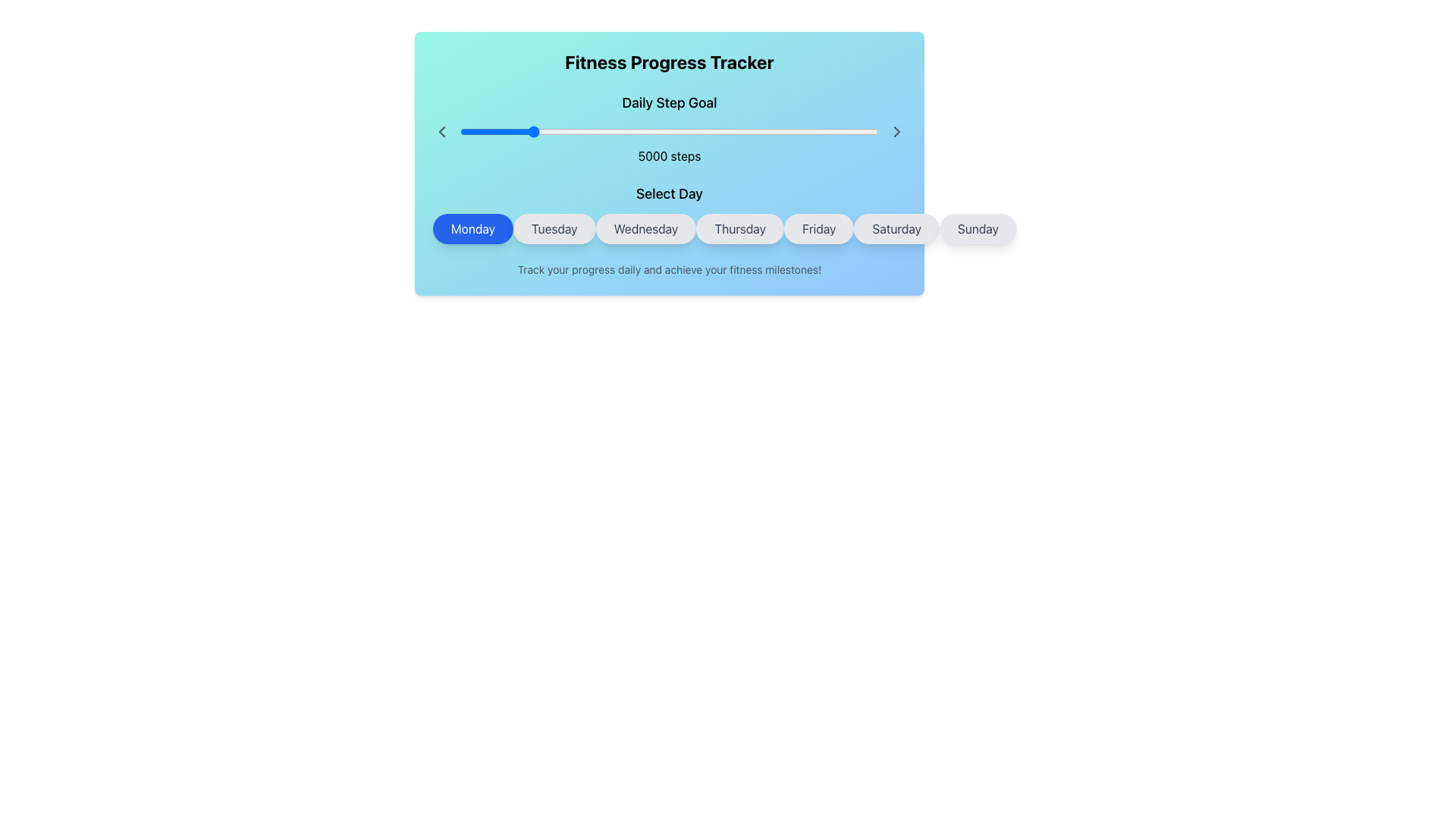  Describe the element at coordinates (669, 228) in the screenshot. I see `the 'Wednesday' button in the day selection row to observe the visual change, as it is highlighted with a shadow effect` at that location.